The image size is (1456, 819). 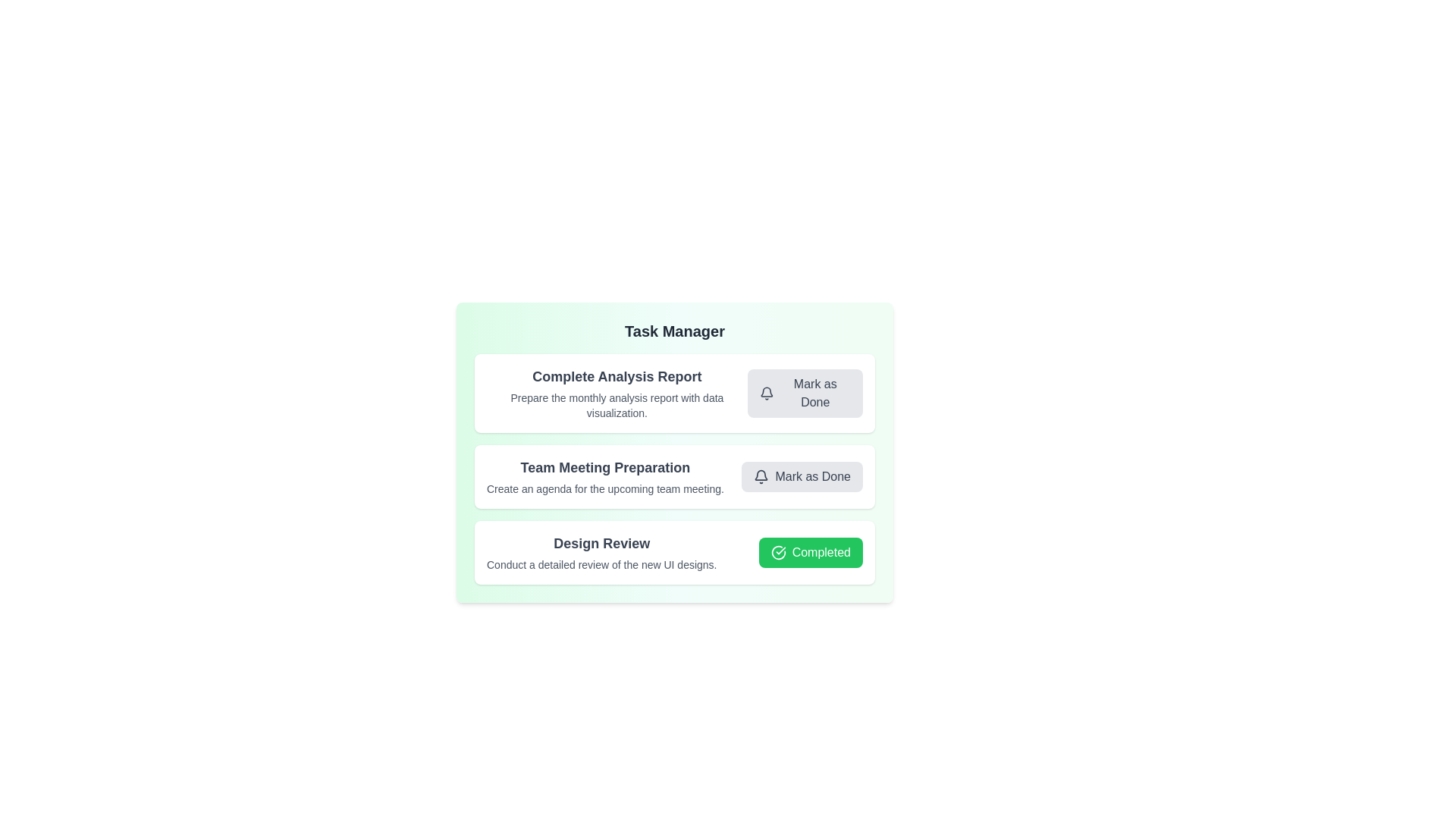 I want to click on the details of the task titled Design Review, so click(x=601, y=543).